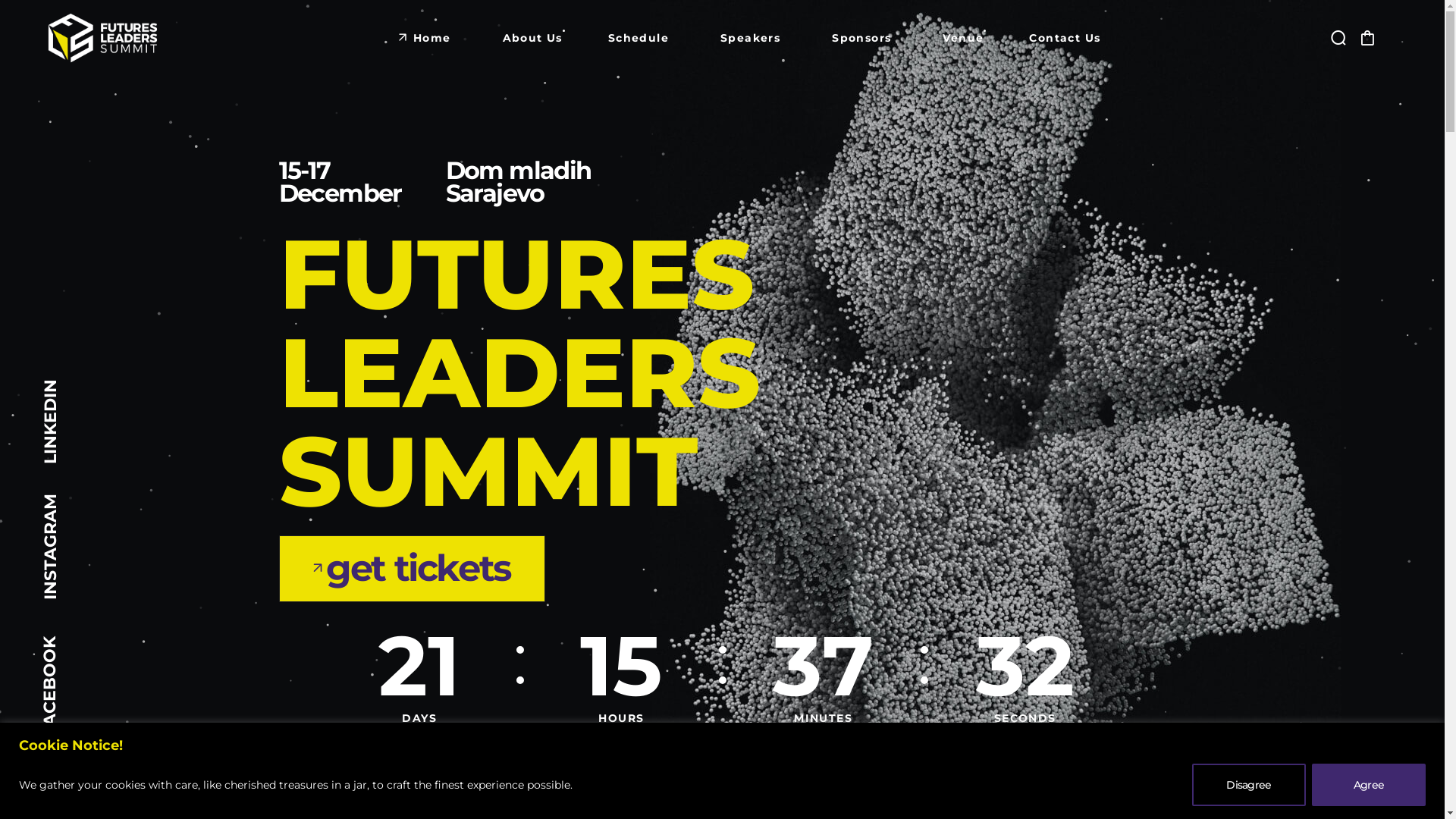 This screenshot has height=819, width=1456. What do you see at coordinates (750, 37) in the screenshot?
I see `'Speakers'` at bounding box center [750, 37].